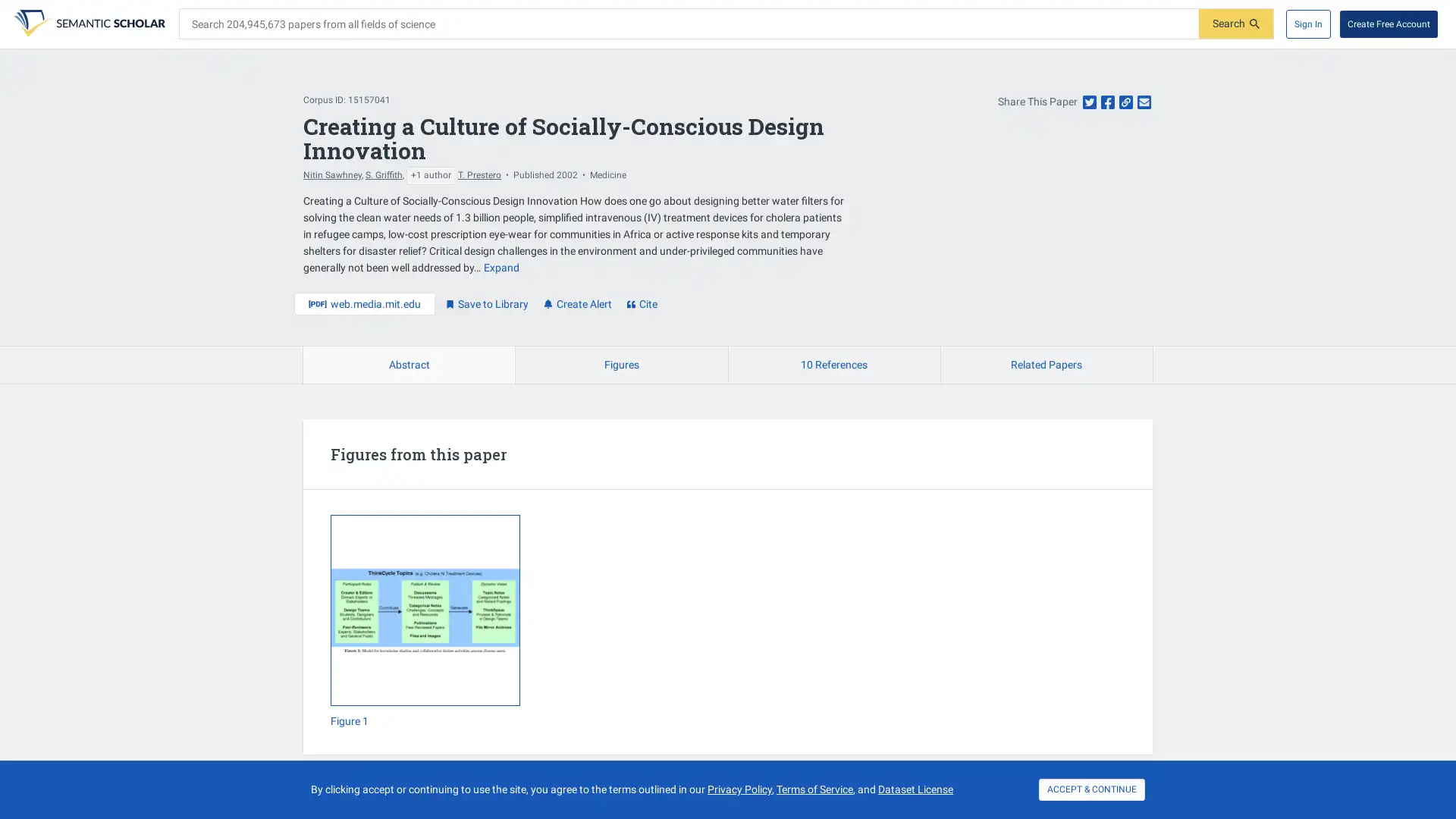 This screenshot has width=1456, height=819. I want to click on Copy direct link to page, so click(1125, 102).